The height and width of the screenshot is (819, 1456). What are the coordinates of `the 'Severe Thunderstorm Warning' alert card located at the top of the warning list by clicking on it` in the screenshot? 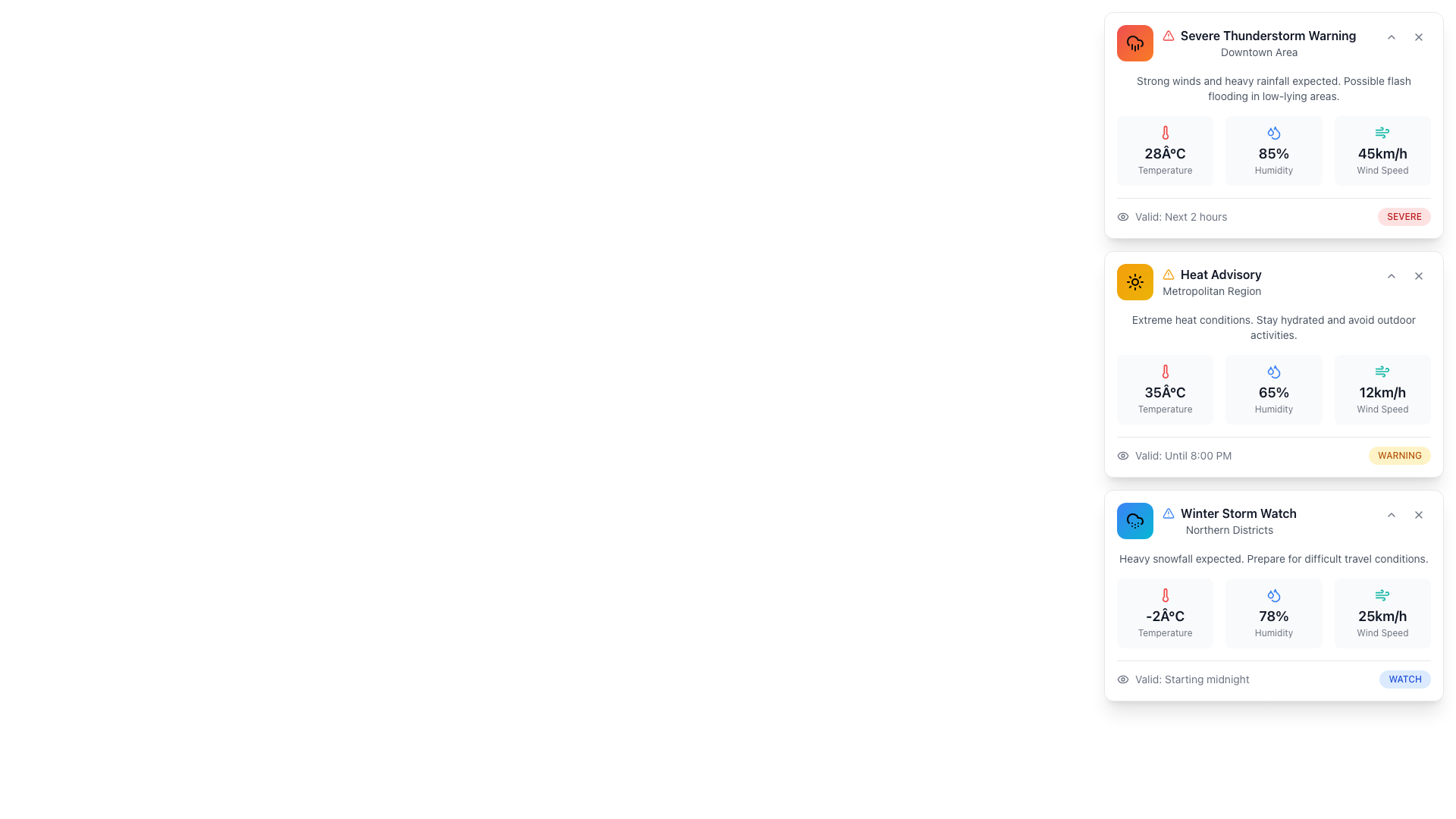 It's located at (1236, 42).